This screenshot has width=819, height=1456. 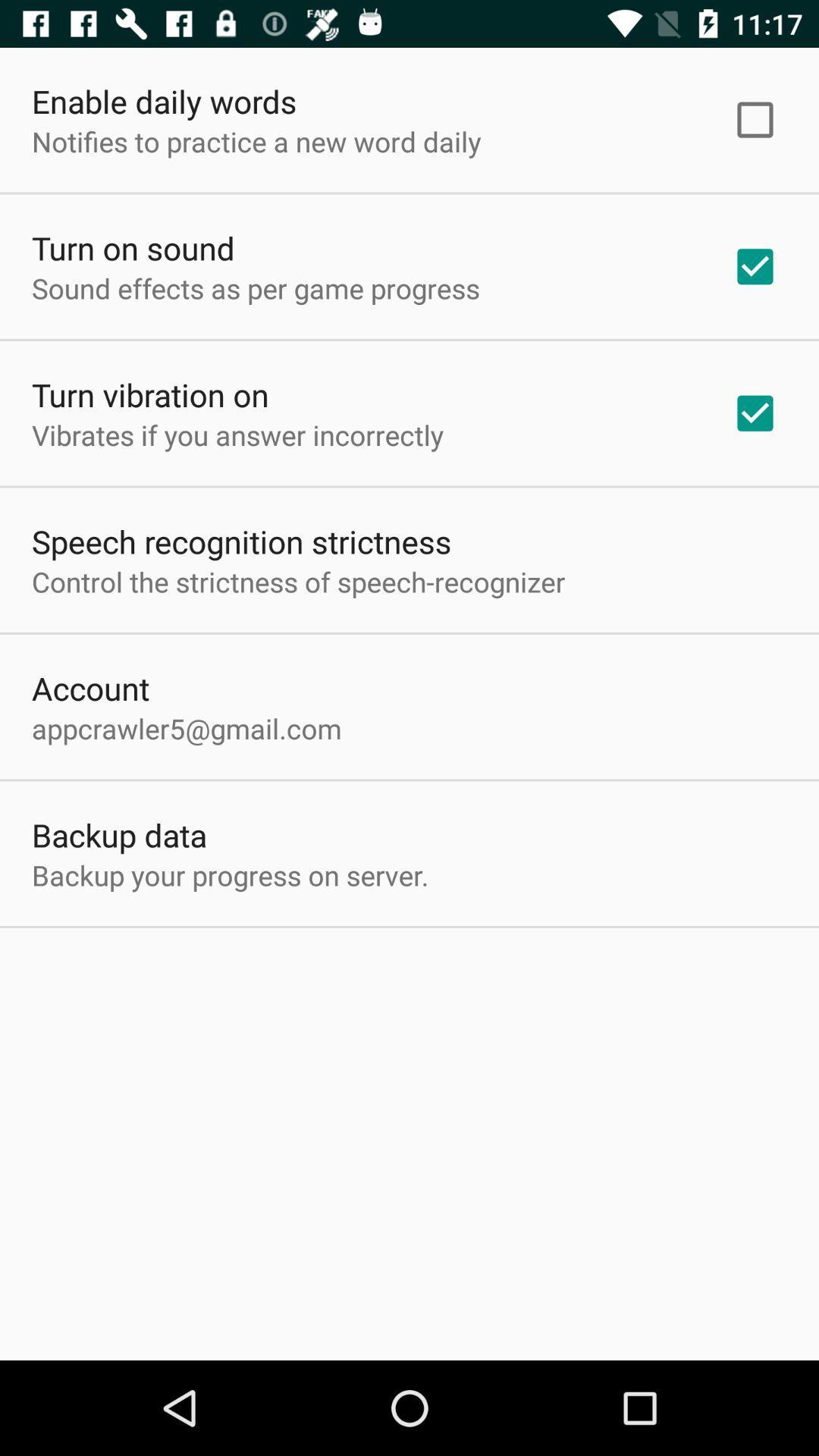 What do you see at coordinates (186, 728) in the screenshot?
I see `appcrawler5@gmail.com icon` at bounding box center [186, 728].